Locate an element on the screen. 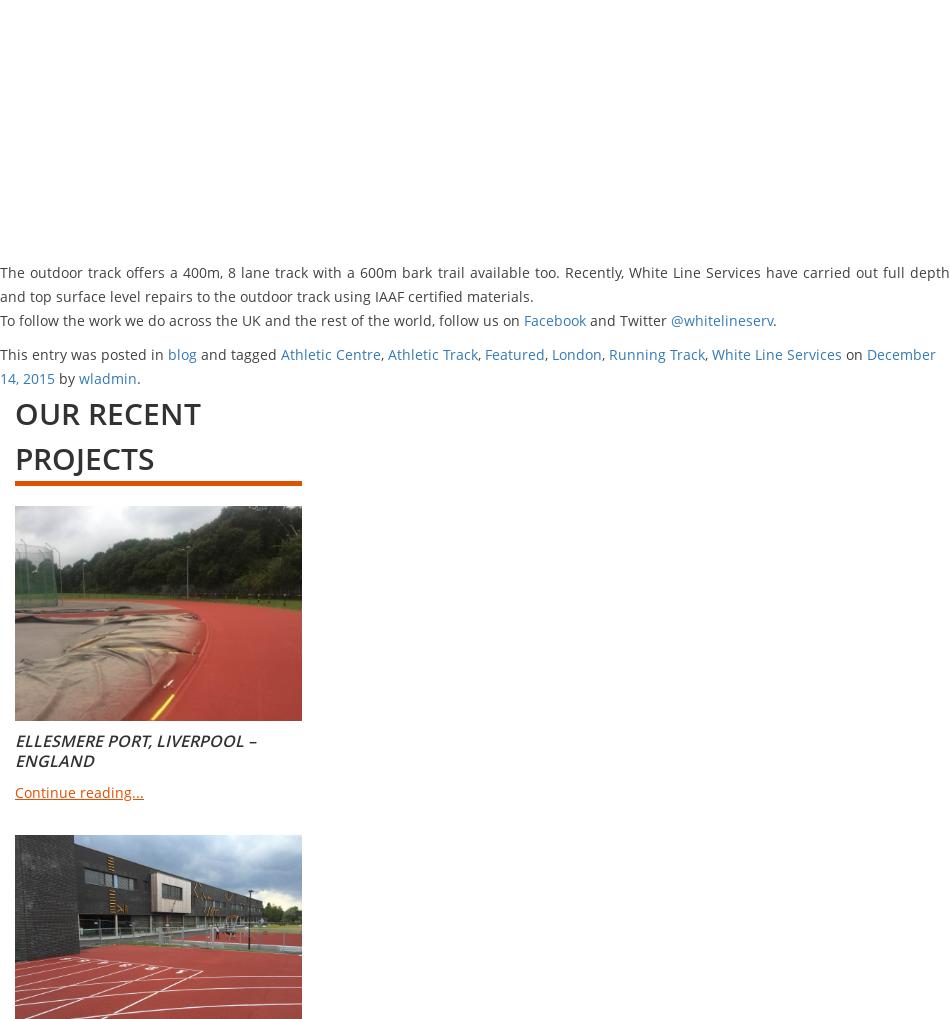  'blog' is located at coordinates (182, 354).